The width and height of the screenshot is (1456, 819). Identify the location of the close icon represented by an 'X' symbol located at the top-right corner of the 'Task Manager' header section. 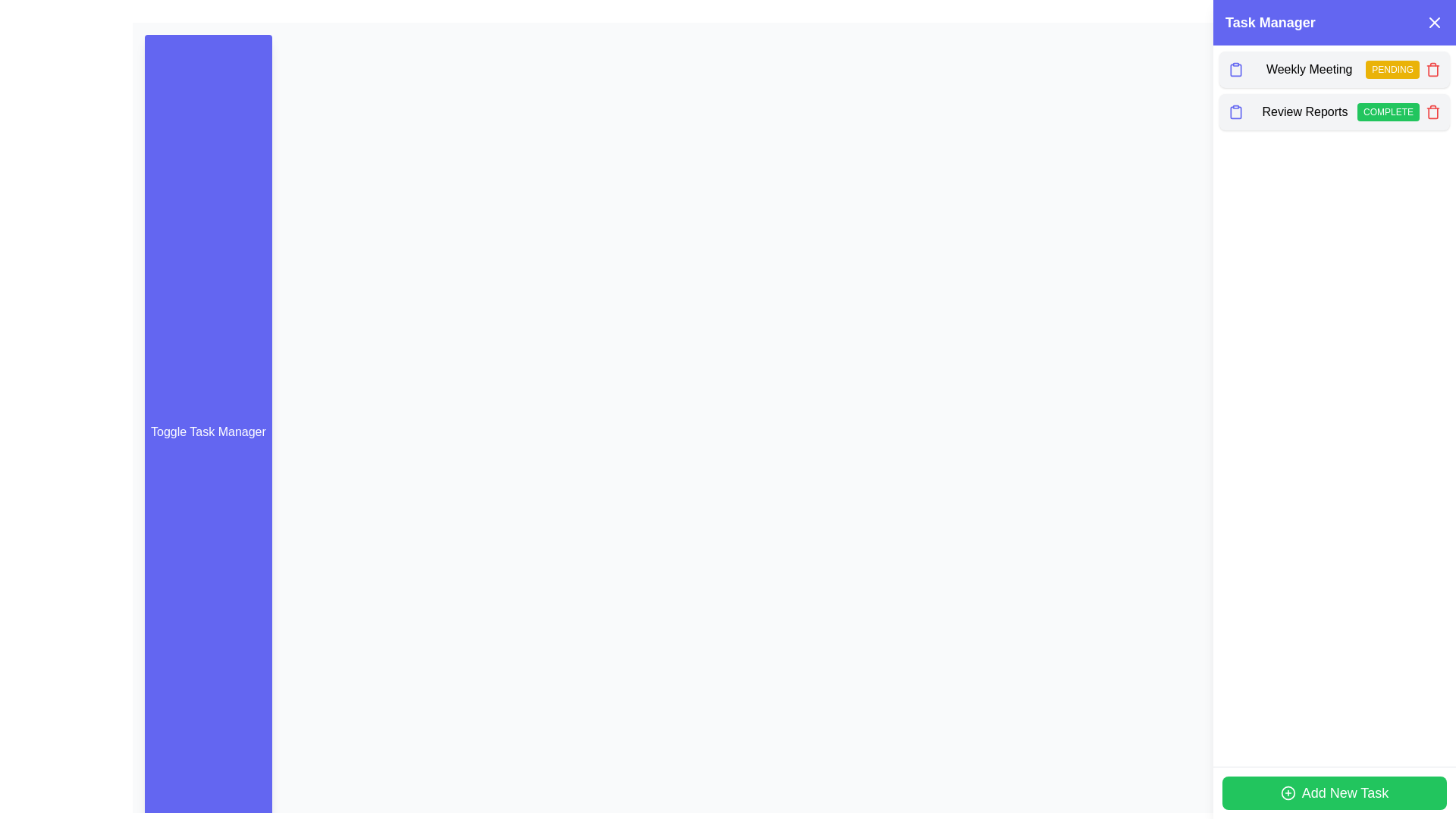
(1433, 23).